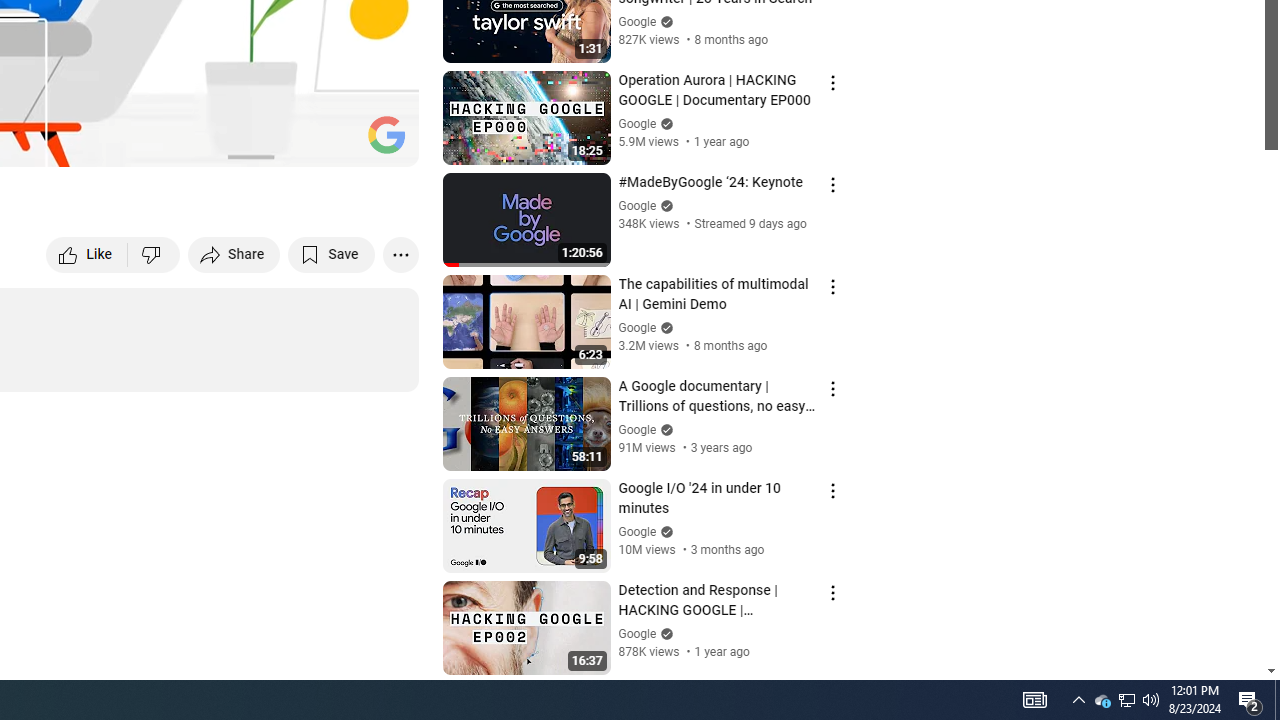 This screenshot has width=1280, height=720. Describe the element at coordinates (382, 141) in the screenshot. I see `'Full screen (f)'` at that location.